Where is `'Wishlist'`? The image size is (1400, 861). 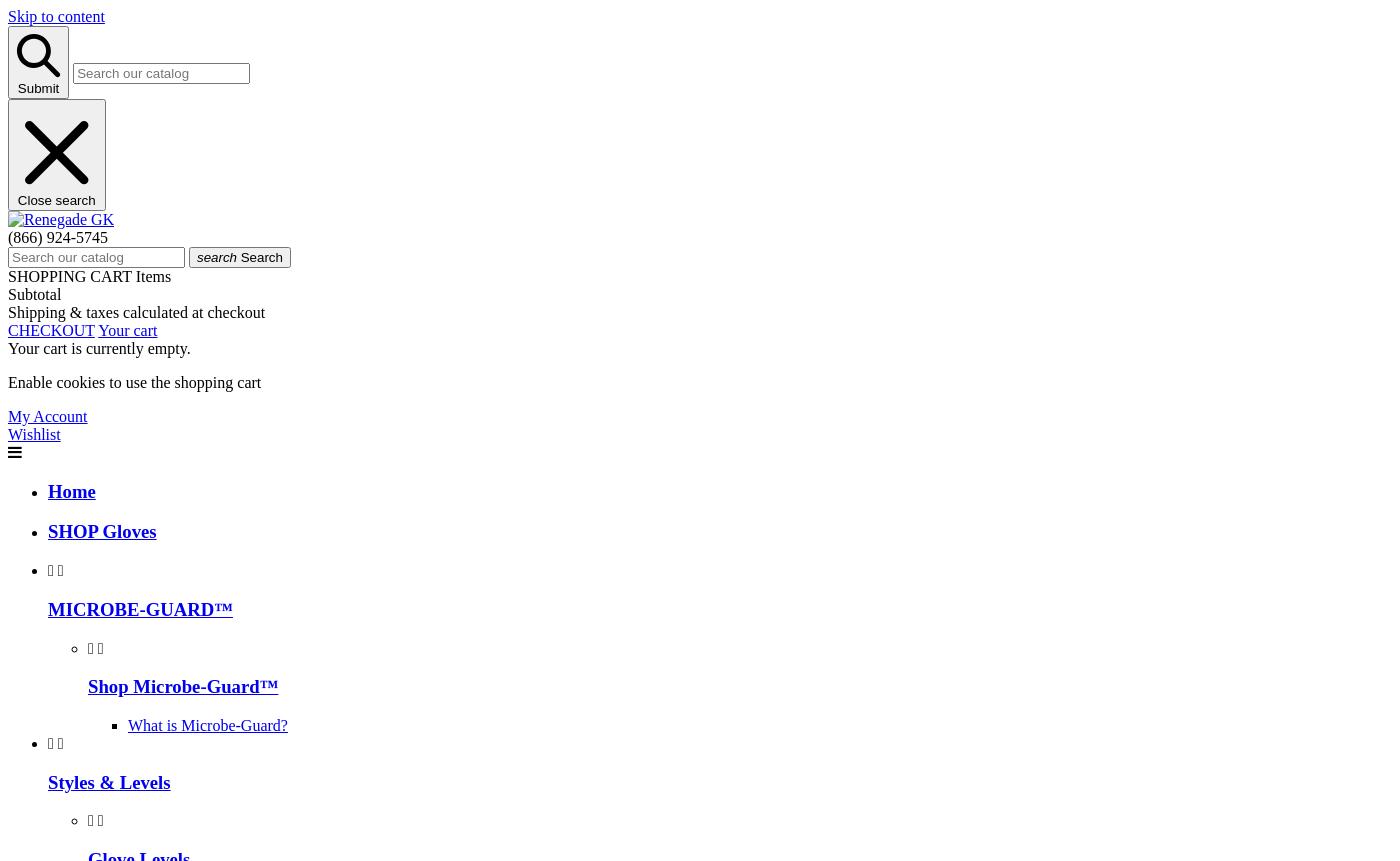 'Wishlist' is located at coordinates (34, 432).